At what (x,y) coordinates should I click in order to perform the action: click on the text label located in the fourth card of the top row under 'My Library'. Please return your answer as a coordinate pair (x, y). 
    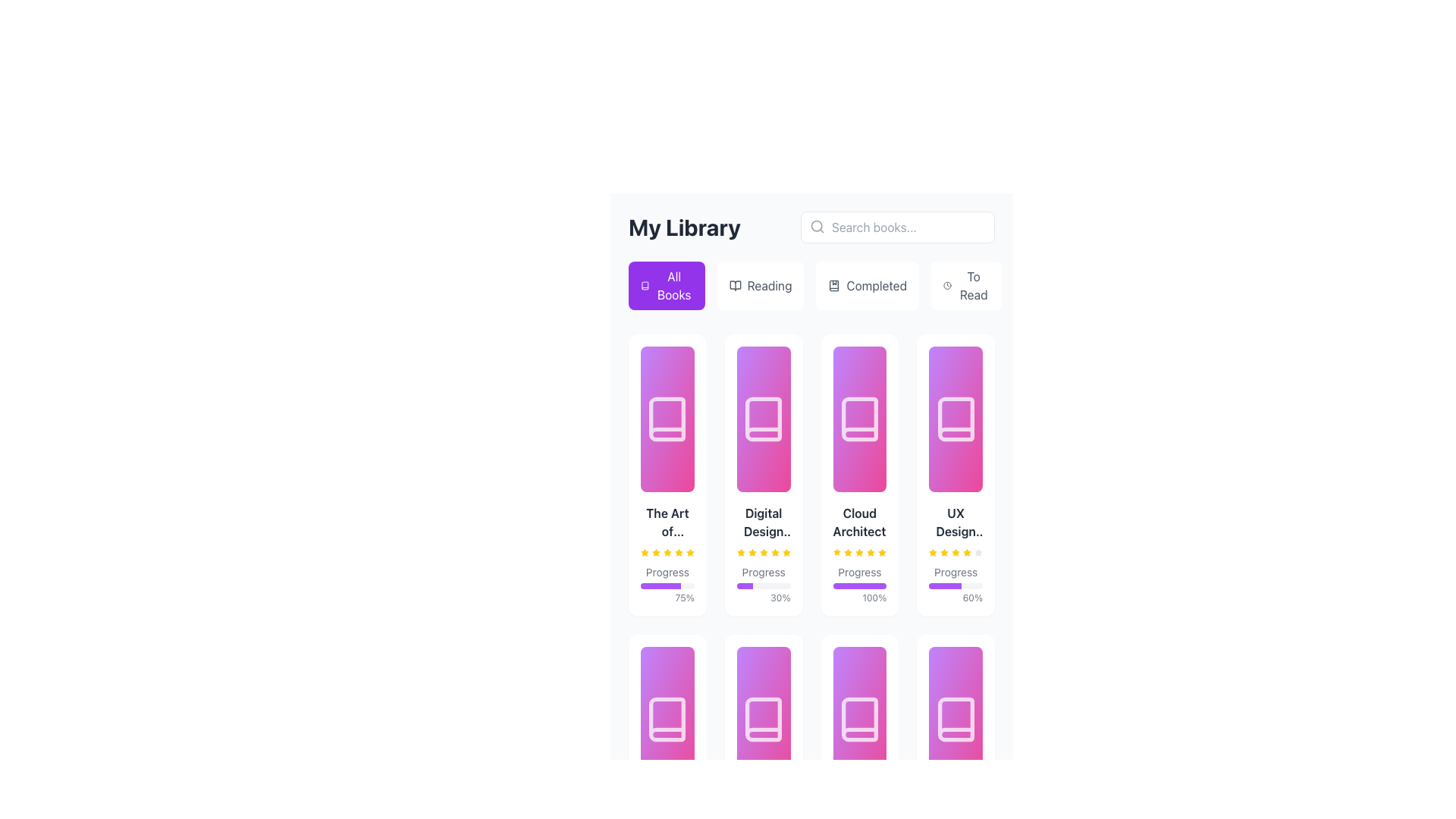
    Looking at the image, I should click on (955, 522).